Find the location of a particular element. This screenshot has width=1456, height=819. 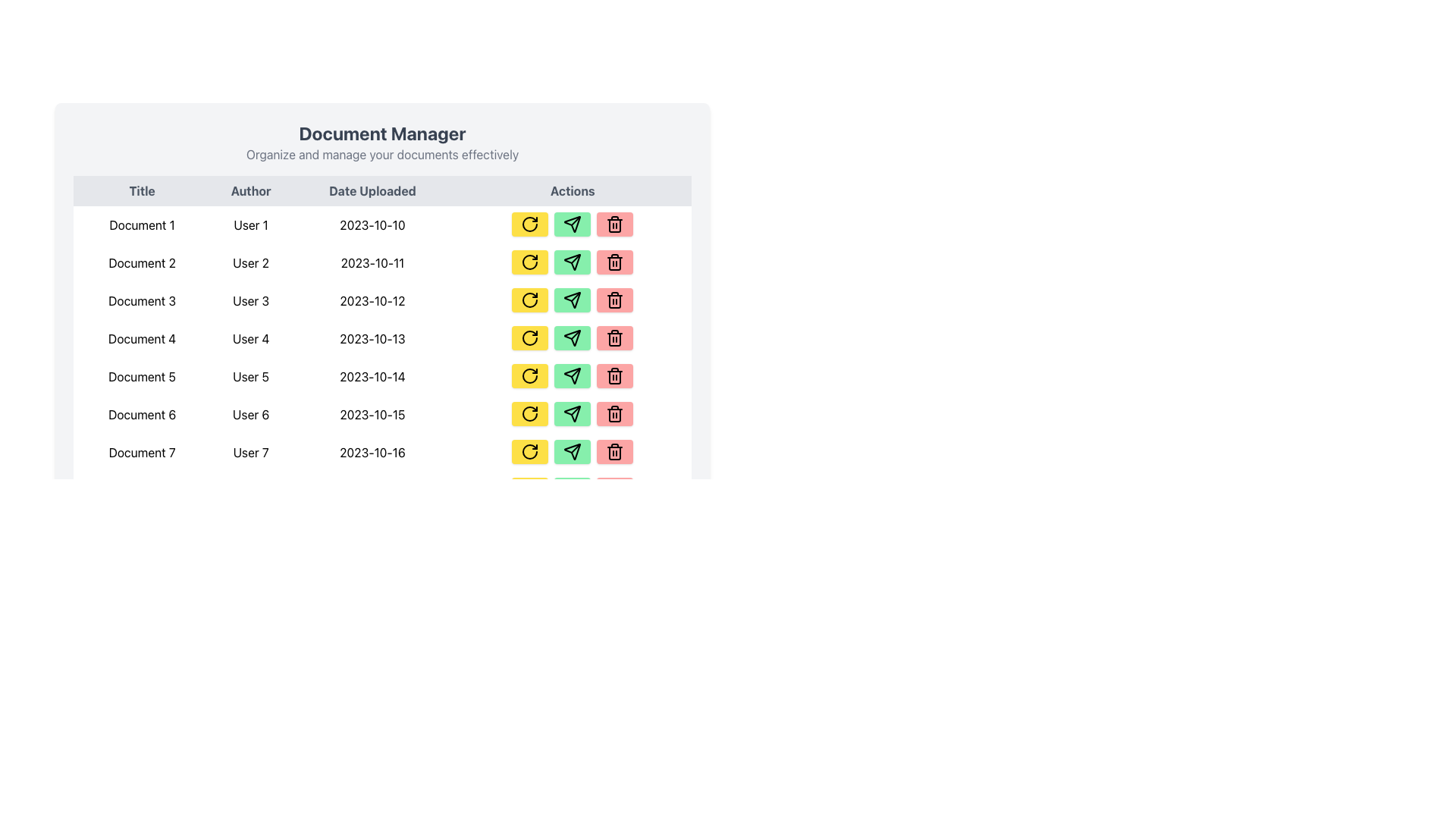

the text element displaying the title 'Document 3' located in the third row under the 'Title' column of the 'Document Manager' table is located at coordinates (142, 301).